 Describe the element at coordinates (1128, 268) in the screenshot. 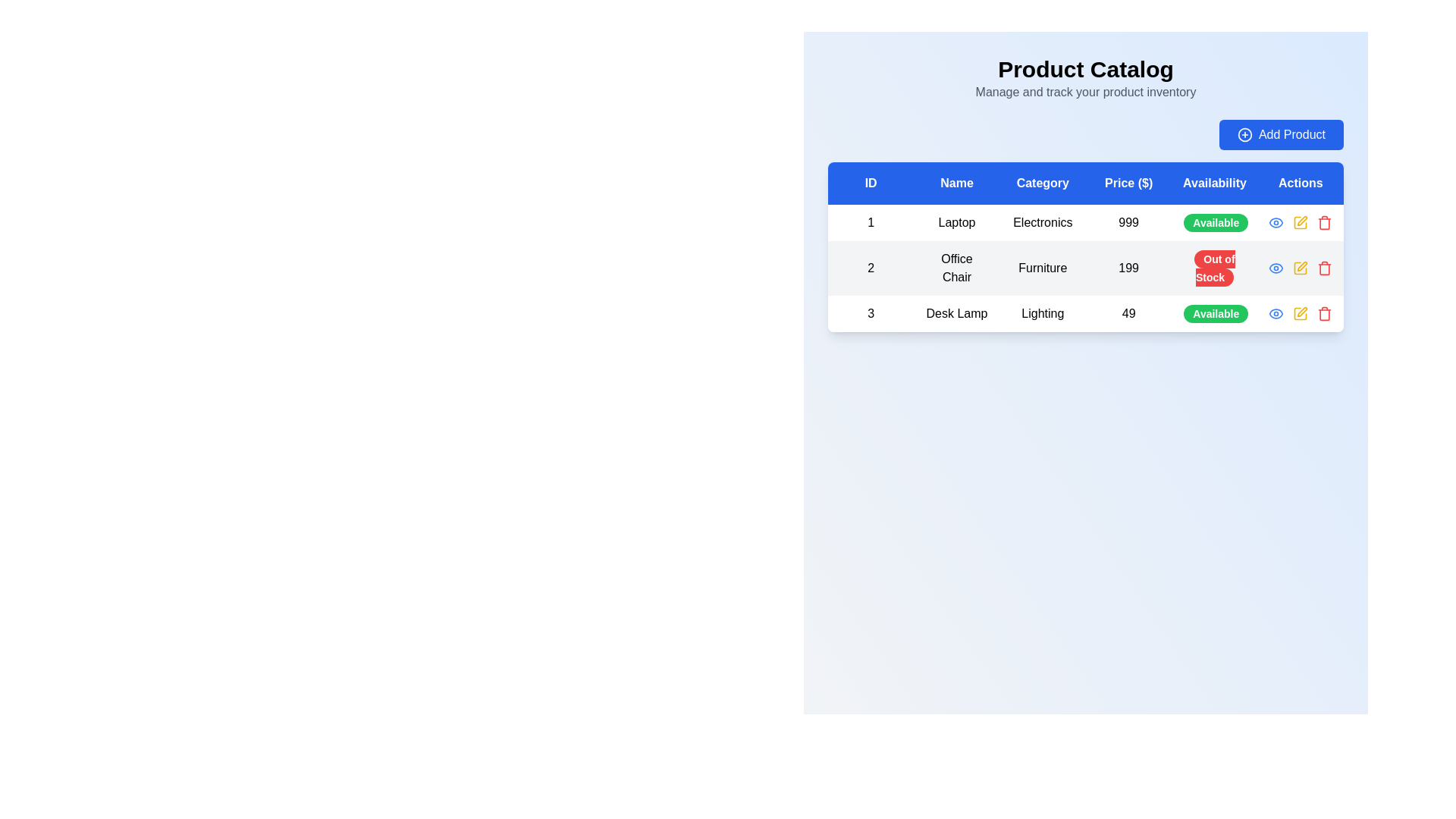

I see `the numeric text field displaying '199' in the 'Price ($)' column of the 'Office Chair' entry in the 'Product Catalog' table` at that location.